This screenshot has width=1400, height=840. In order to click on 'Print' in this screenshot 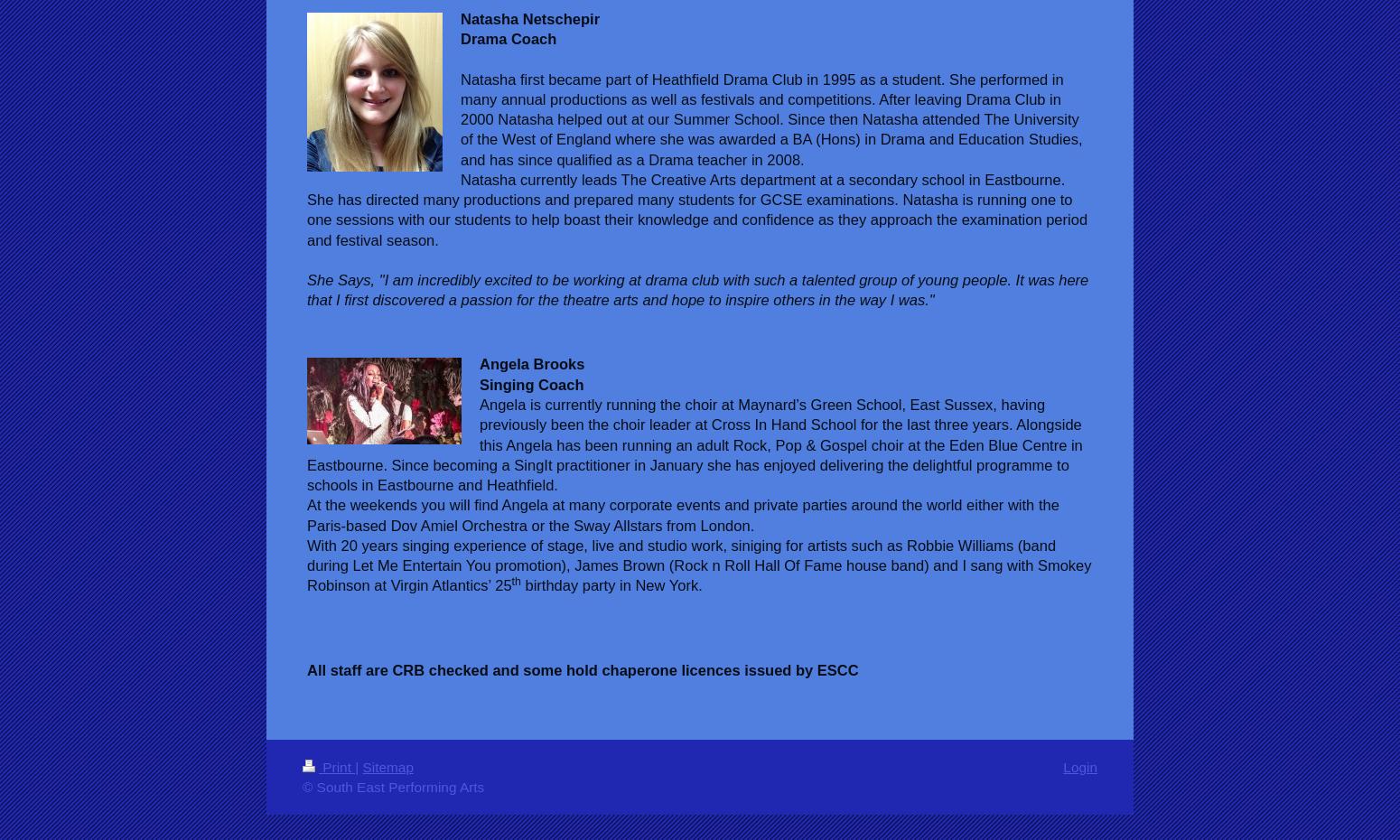, I will do `click(335, 765)`.